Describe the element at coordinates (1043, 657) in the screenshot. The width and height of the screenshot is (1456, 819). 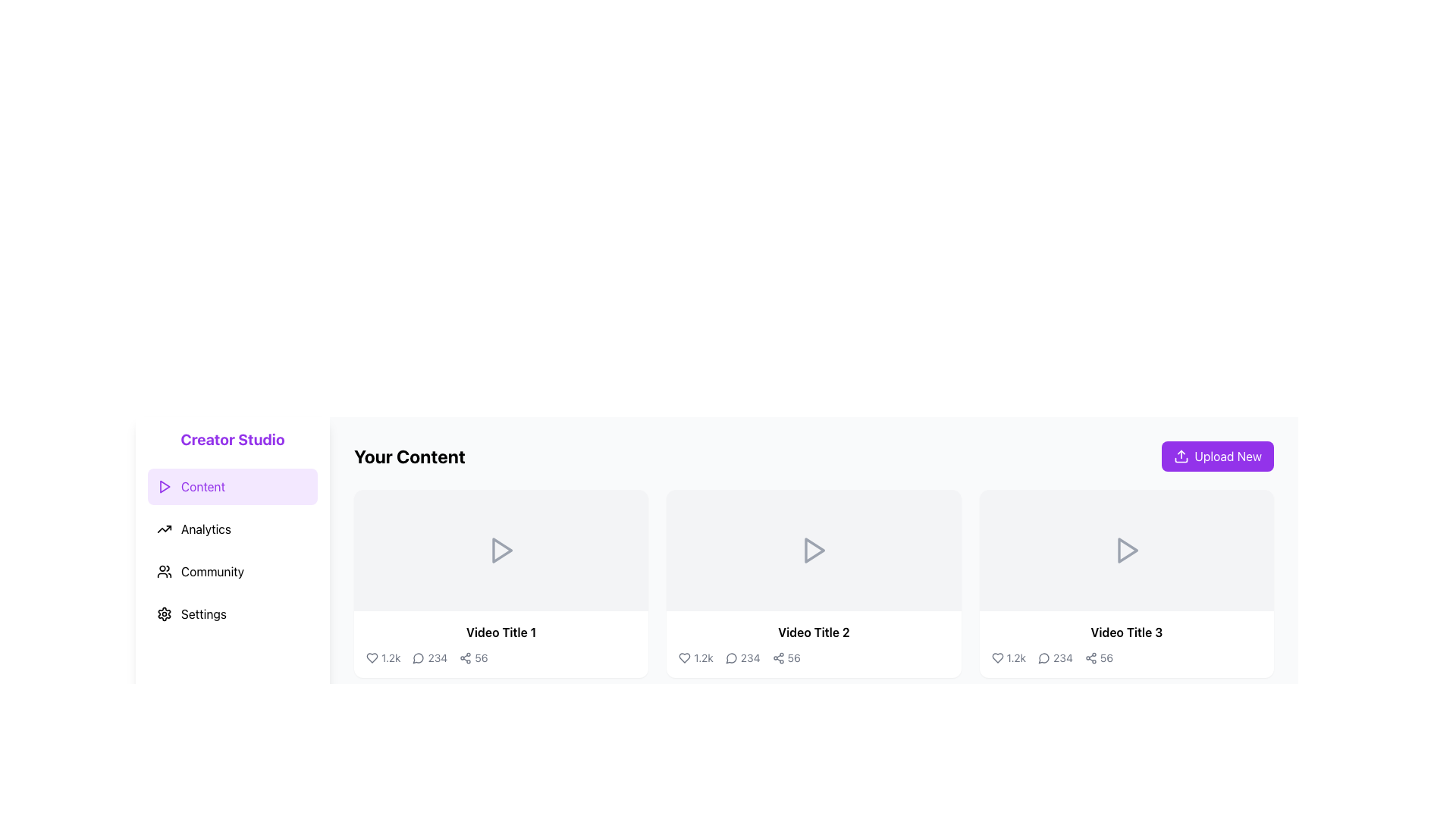
I see `the comments icon located below the video title of 'Video Title 3'` at that location.